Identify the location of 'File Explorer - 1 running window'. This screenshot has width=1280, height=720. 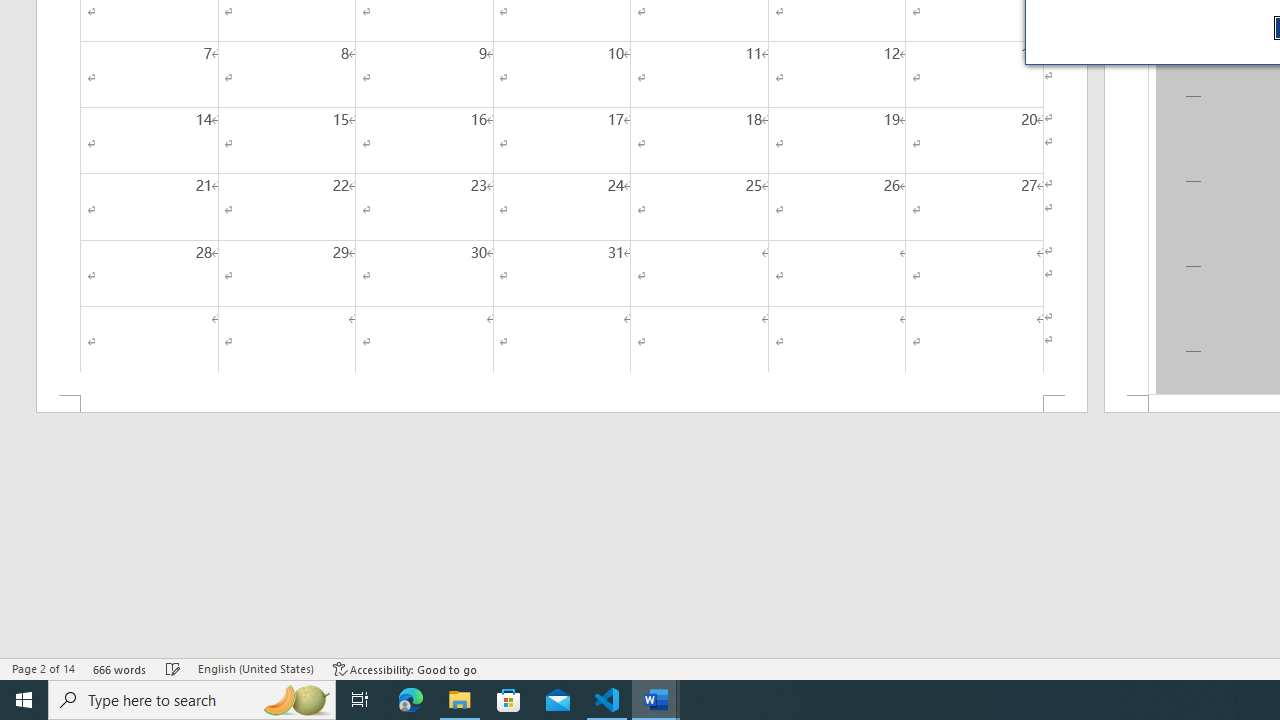
(459, 698).